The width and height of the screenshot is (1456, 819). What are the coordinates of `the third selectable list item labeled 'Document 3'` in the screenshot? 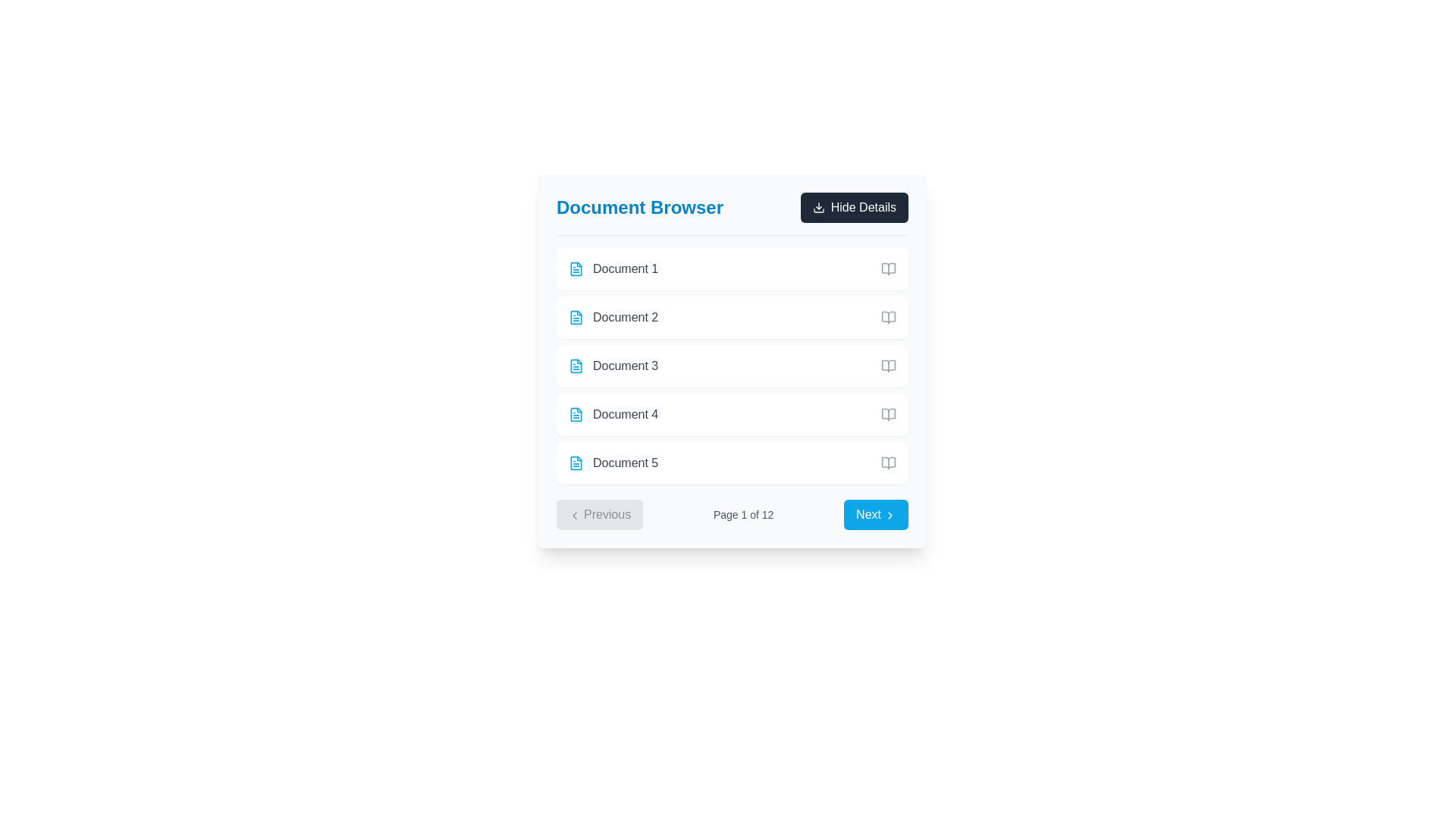 It's located at (732, 366).